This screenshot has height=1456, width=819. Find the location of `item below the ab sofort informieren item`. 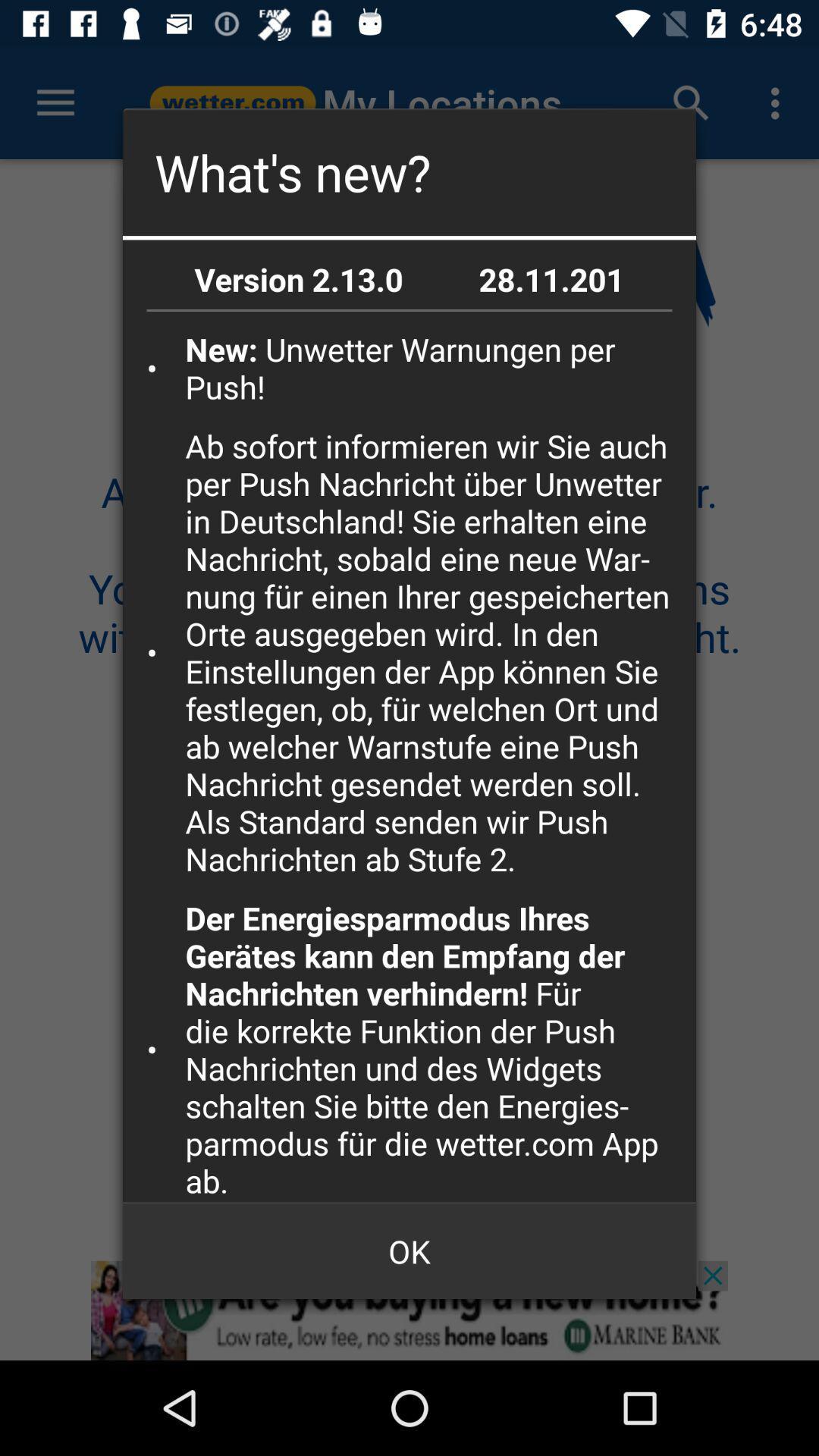

item below the ab sofort informieren item is located at coordinates (435, 1048).